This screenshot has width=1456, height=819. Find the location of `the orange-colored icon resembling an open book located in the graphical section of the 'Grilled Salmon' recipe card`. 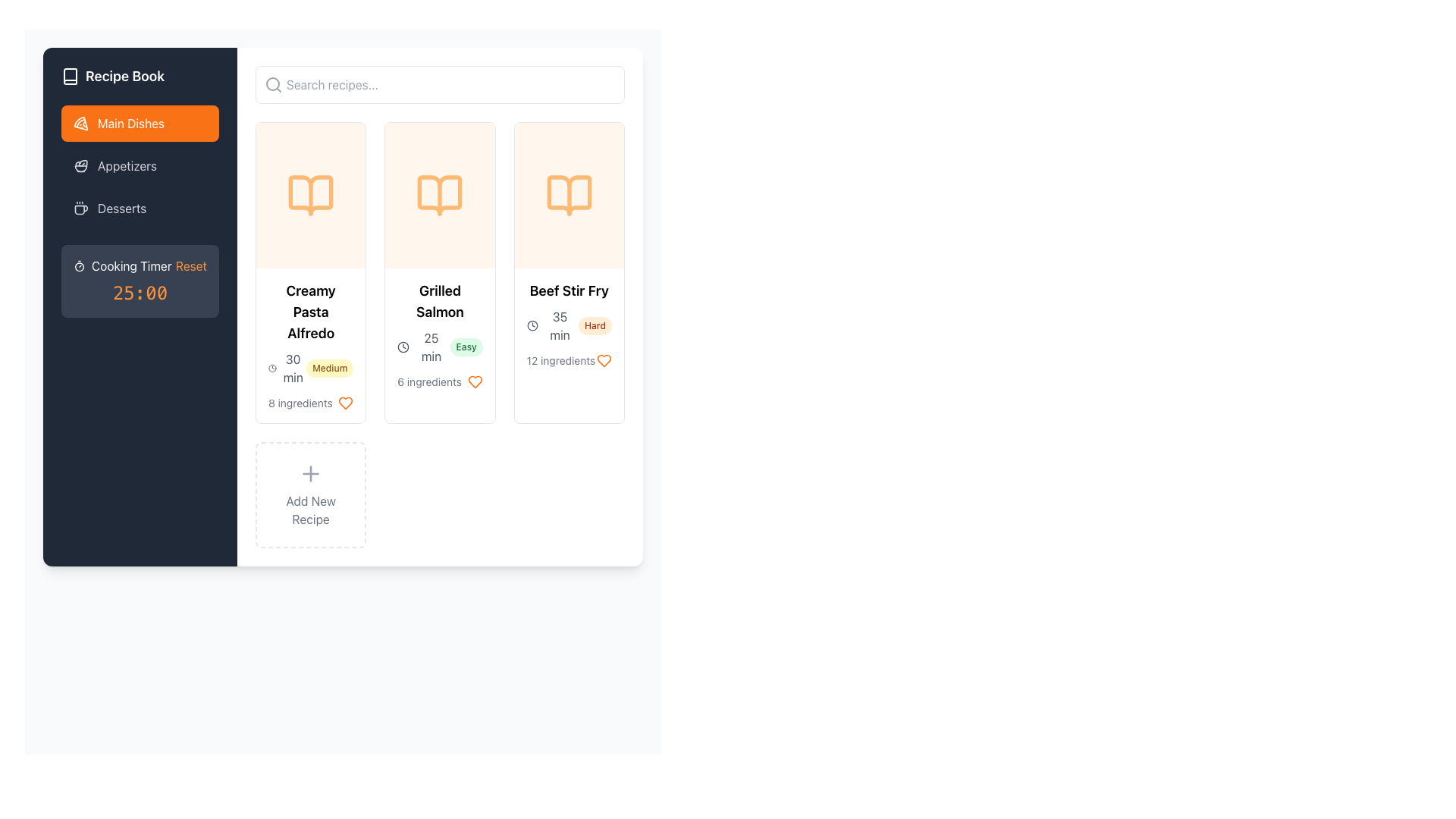

the orange-colored icon resembling an open book located in the graphical section of the 'Grilled Salmon' recipe card is located at coordinates (439, 195).